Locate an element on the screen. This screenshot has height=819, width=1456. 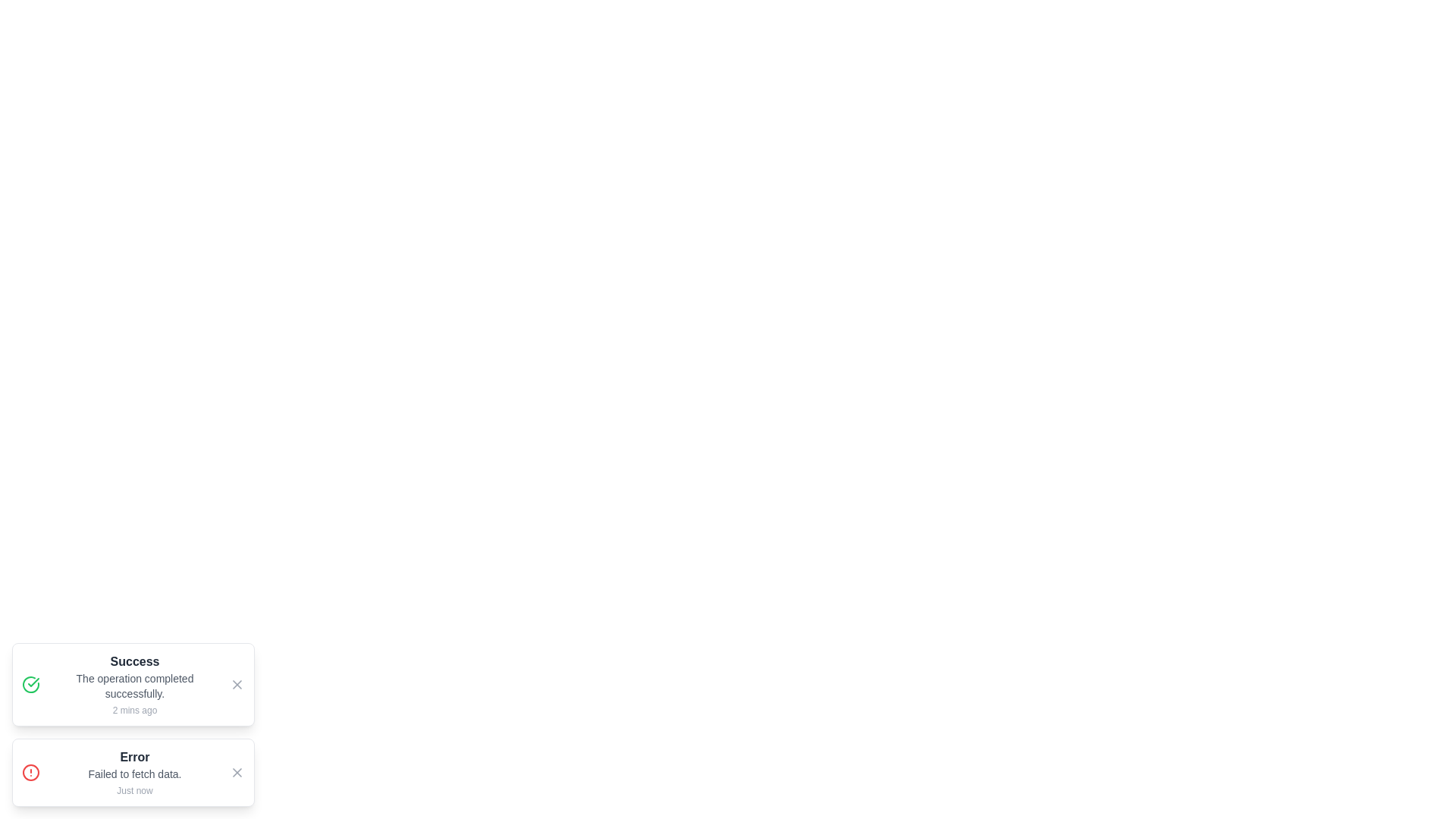
the static text element that serves as the title of the error notification message, located at the top of the message card above the descriptive text 'Failed to fetch data.' is located at coordinates (134, 758).